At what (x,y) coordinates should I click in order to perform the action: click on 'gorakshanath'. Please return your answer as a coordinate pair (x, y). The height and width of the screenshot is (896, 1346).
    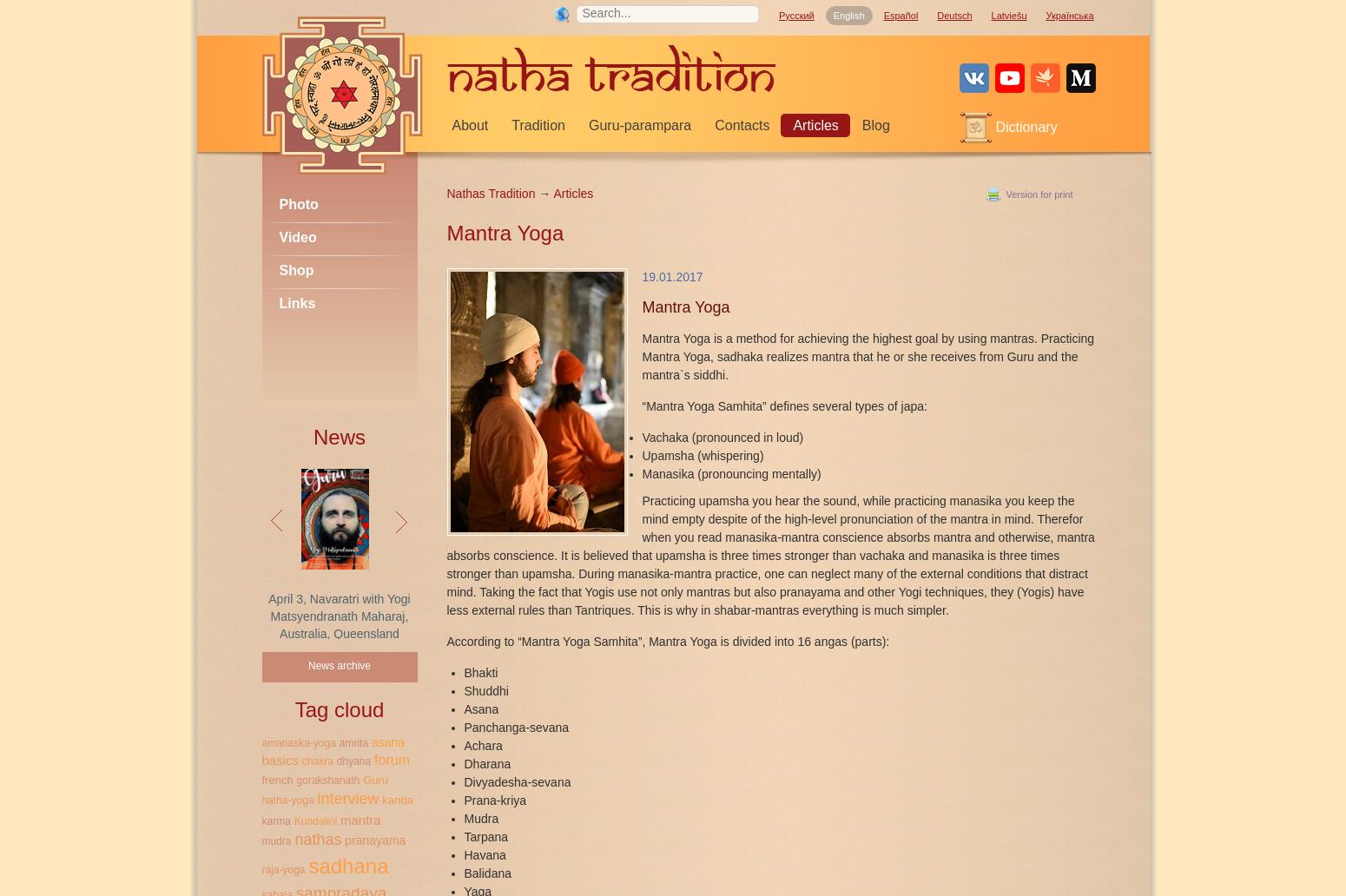
    Looking at the image, I should click on (295, 780).